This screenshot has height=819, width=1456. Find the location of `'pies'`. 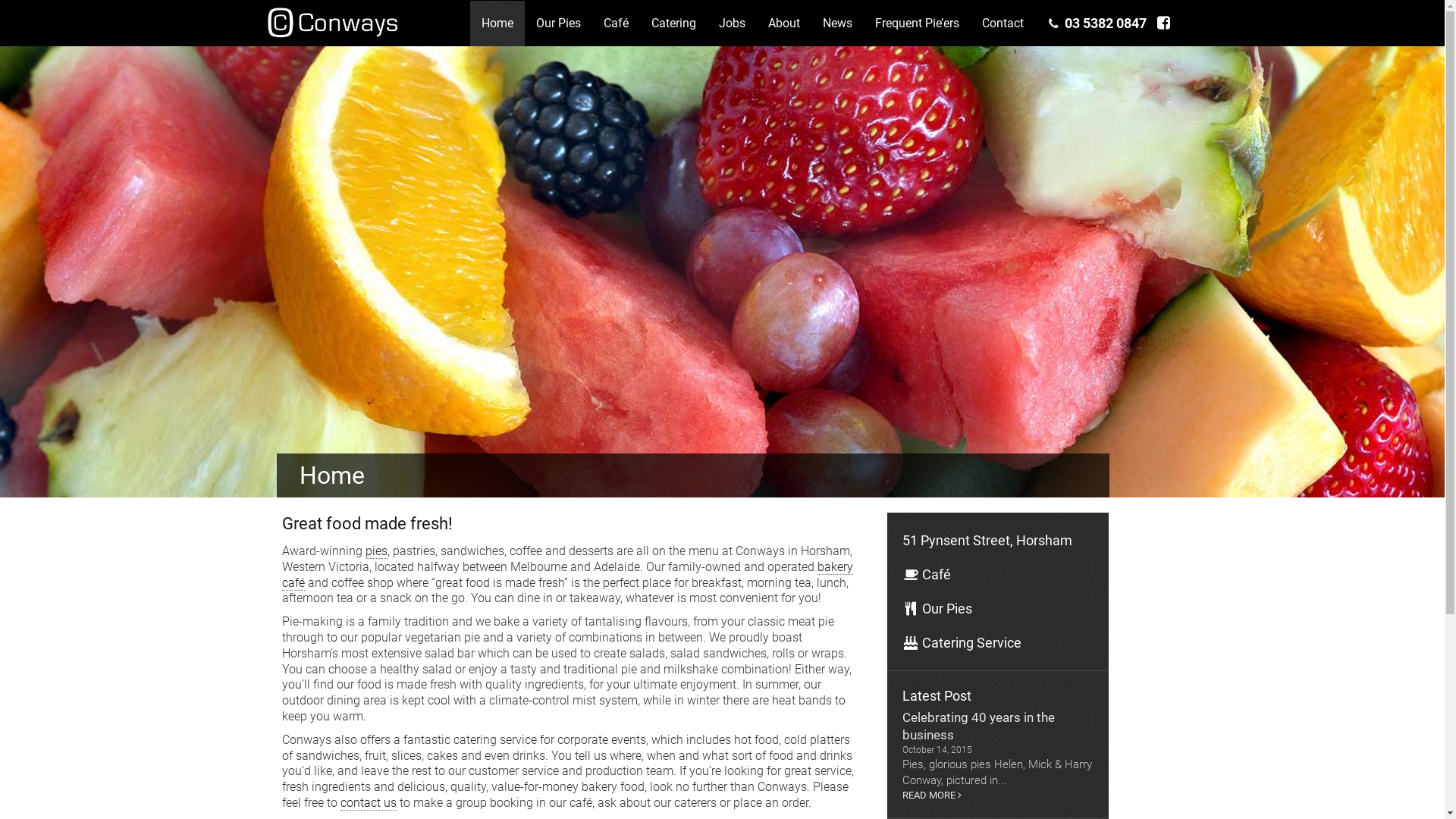

'pies' is located at coordinates (376, 551).